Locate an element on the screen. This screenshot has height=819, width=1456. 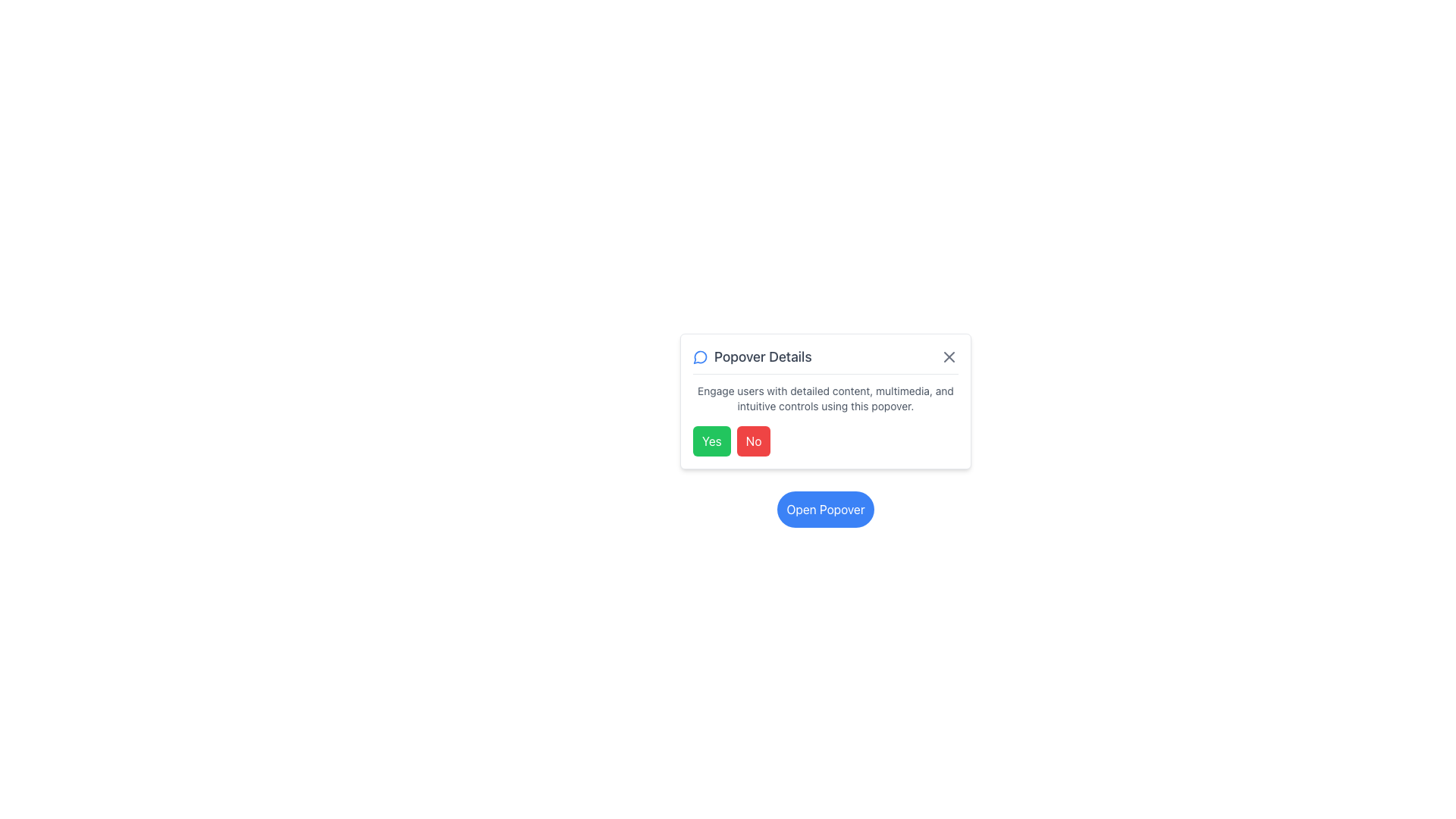
the messaging icon located to the left of the 'Popover Details' text label is located at coordinates (700, 356).